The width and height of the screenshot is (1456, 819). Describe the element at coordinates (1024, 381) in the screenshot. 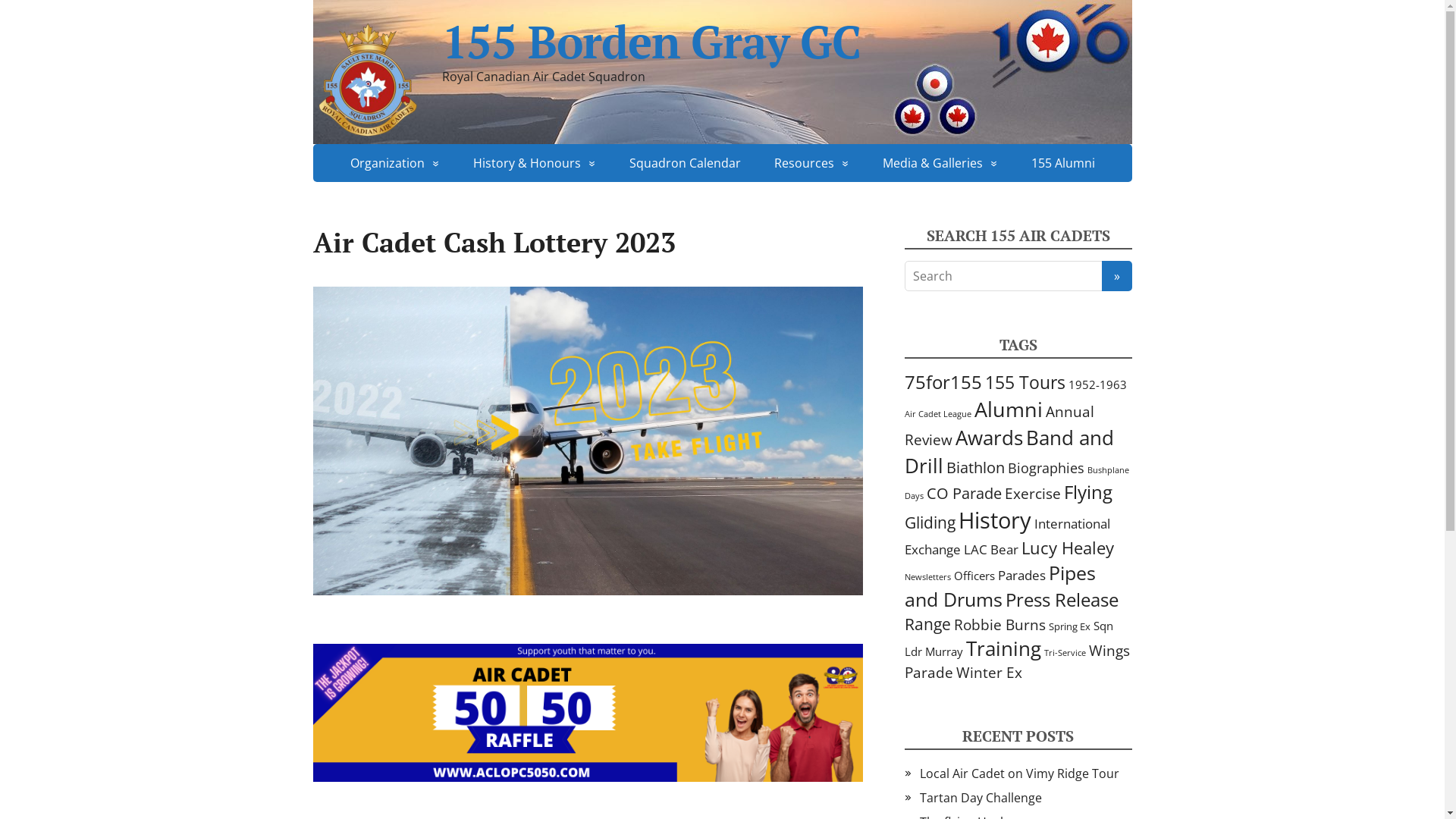

I see `'155 Tours'` at that location.